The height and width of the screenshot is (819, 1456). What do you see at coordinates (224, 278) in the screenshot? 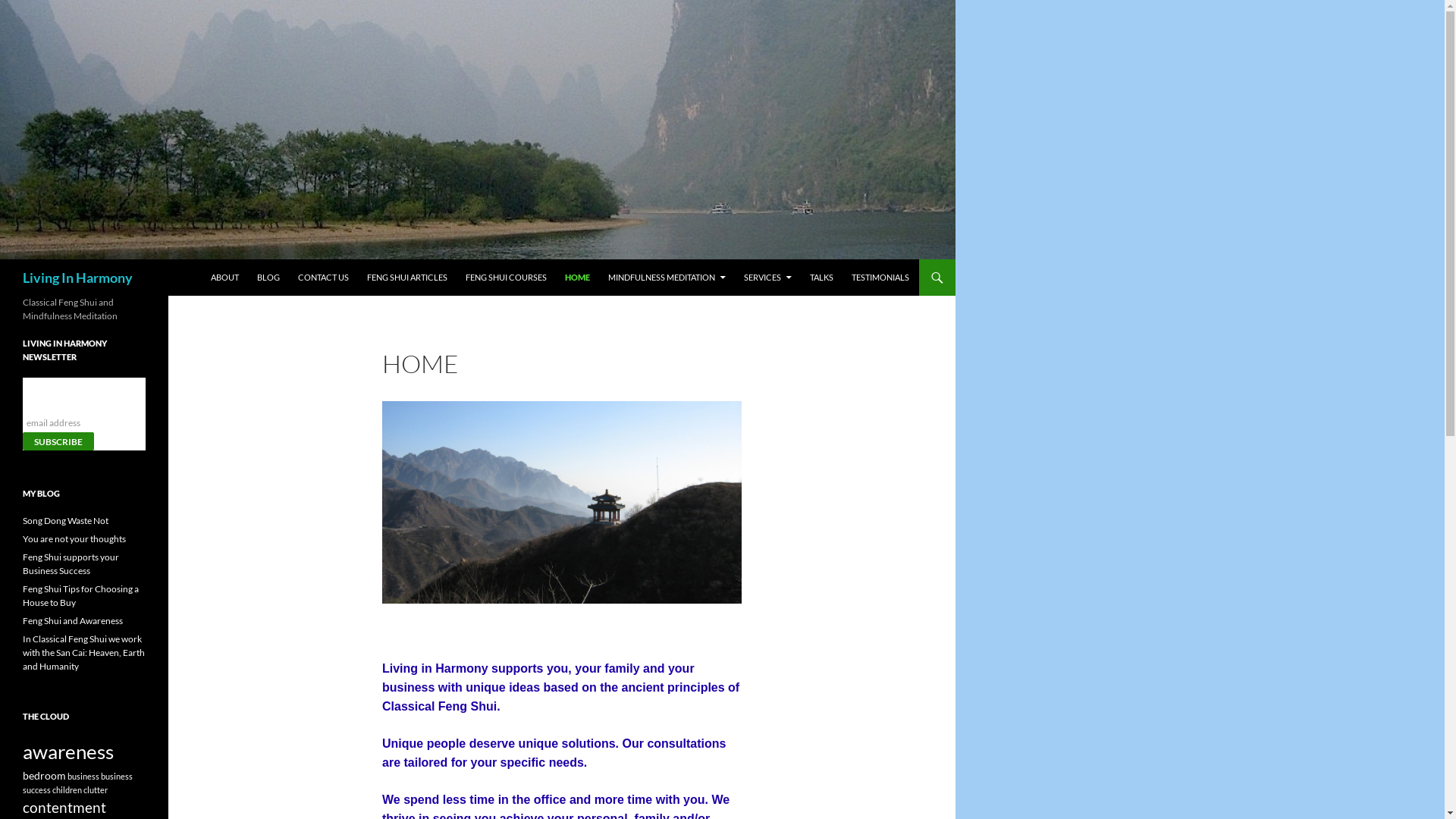
I see `'ABOUT'` at bounding box center [224, 278].